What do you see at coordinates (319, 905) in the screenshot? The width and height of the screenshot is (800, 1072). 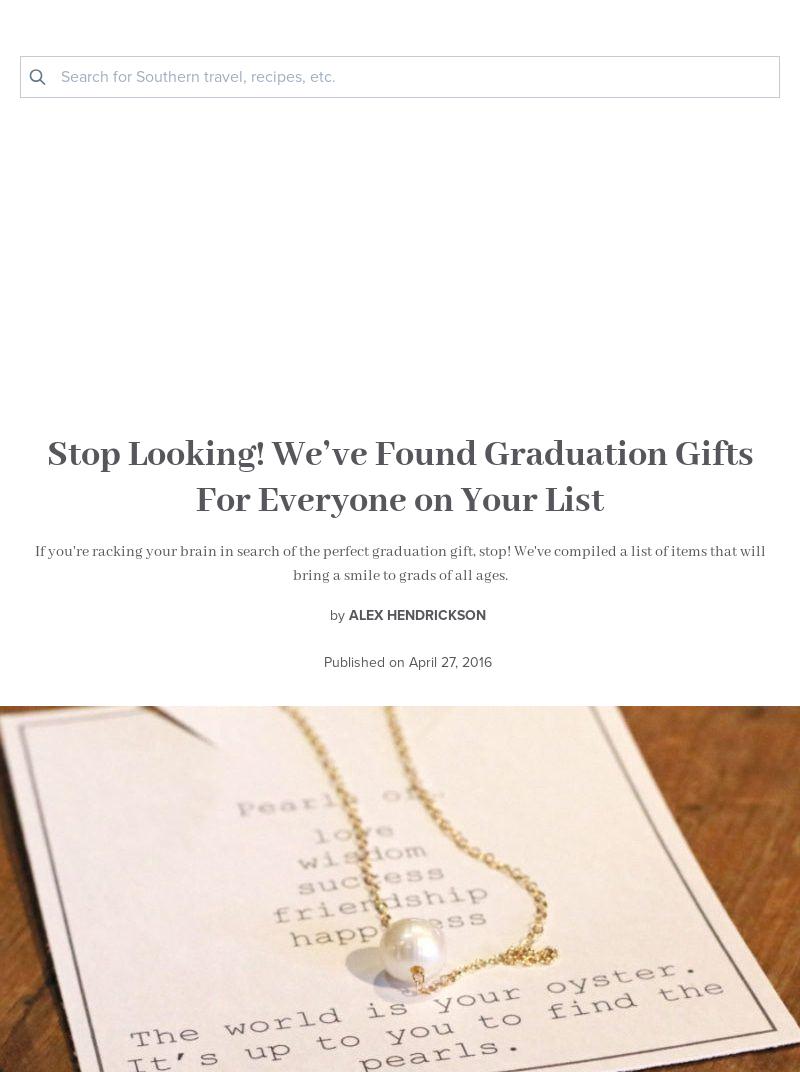 I see `'Share with your friends!'` at bounding box center [319, 905].